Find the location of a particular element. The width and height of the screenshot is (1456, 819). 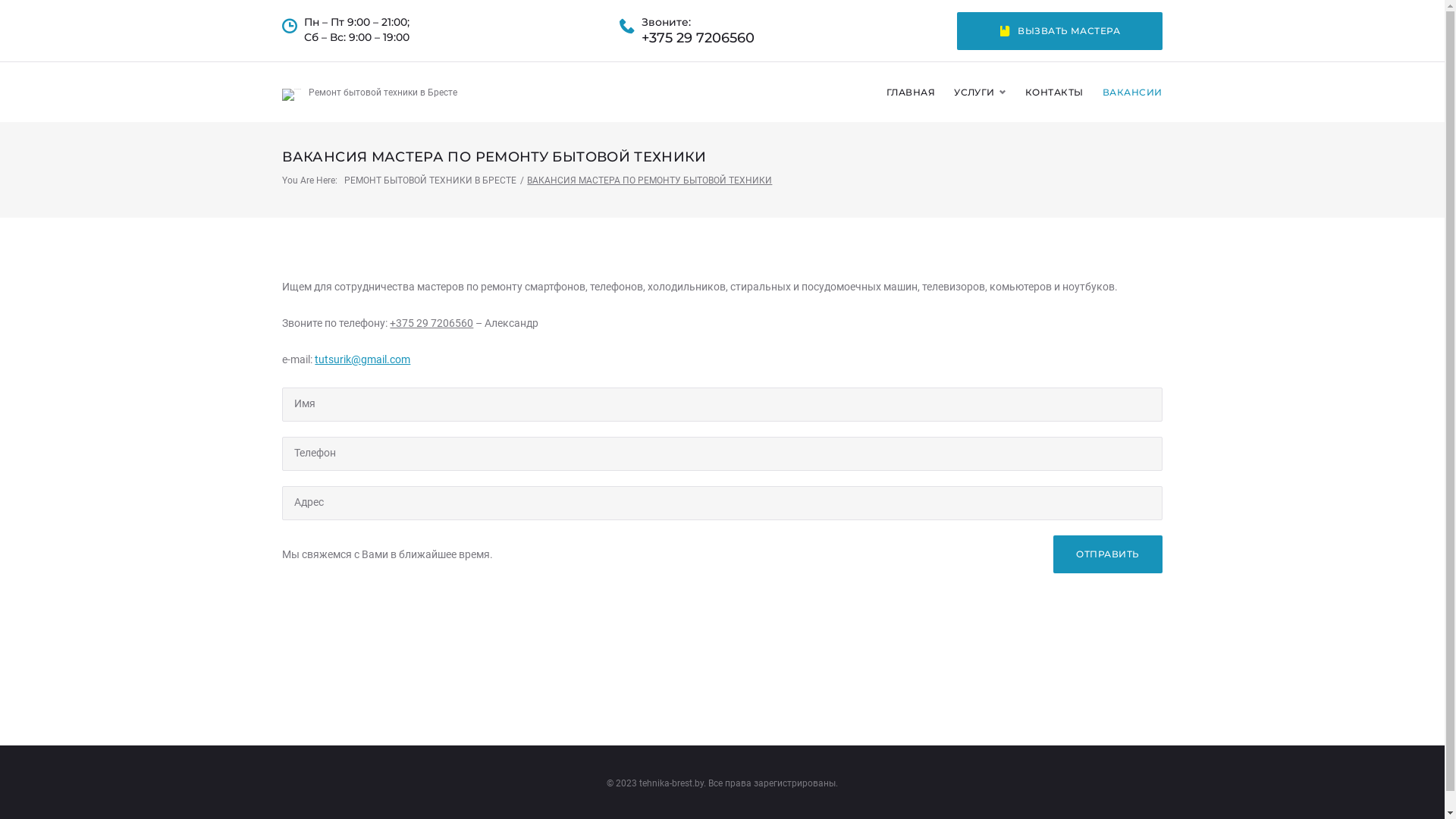

'+375 29 7206560' is located at coordinates (389, 322).